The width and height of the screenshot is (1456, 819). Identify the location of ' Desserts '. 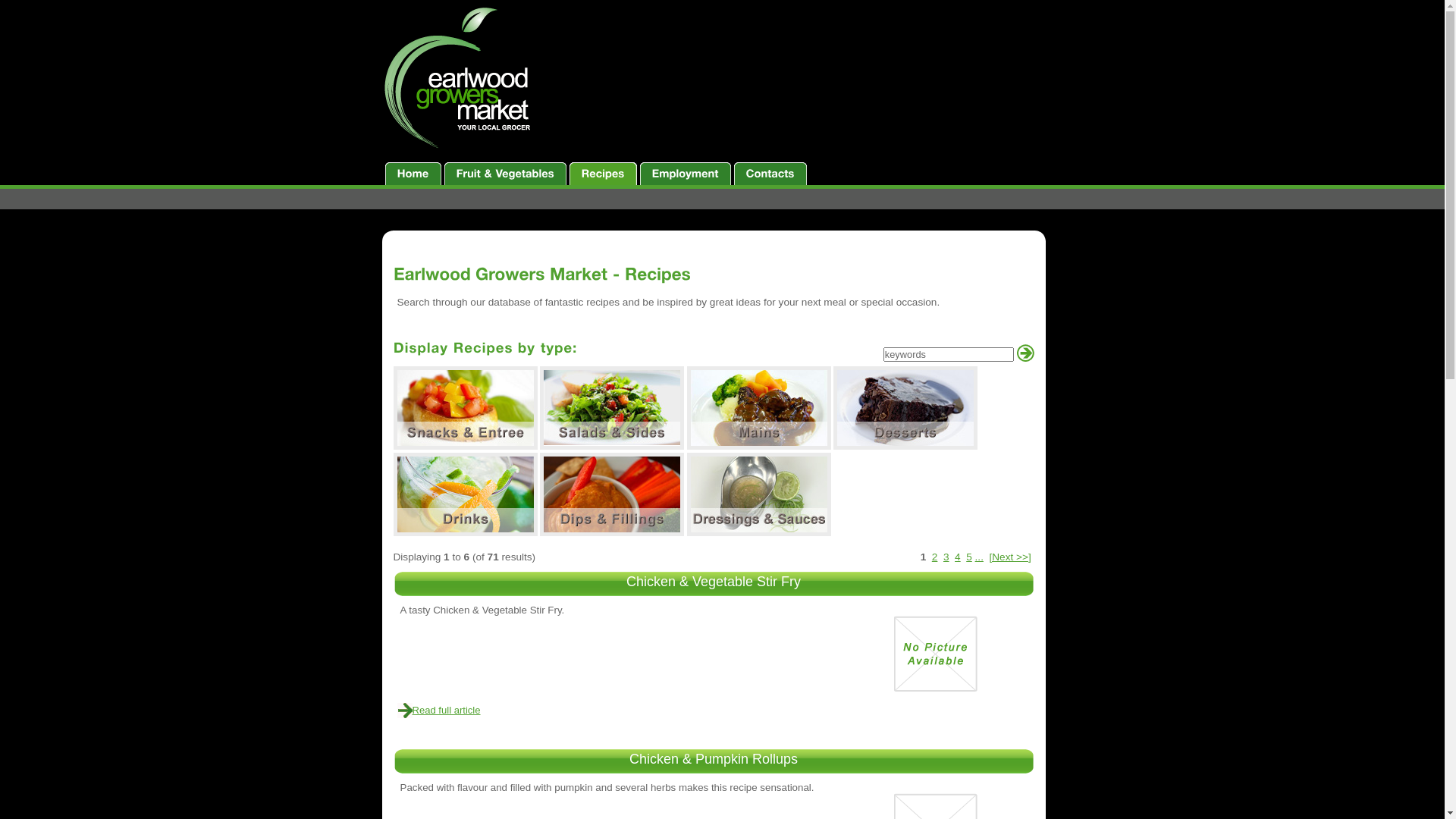
(905, 406).